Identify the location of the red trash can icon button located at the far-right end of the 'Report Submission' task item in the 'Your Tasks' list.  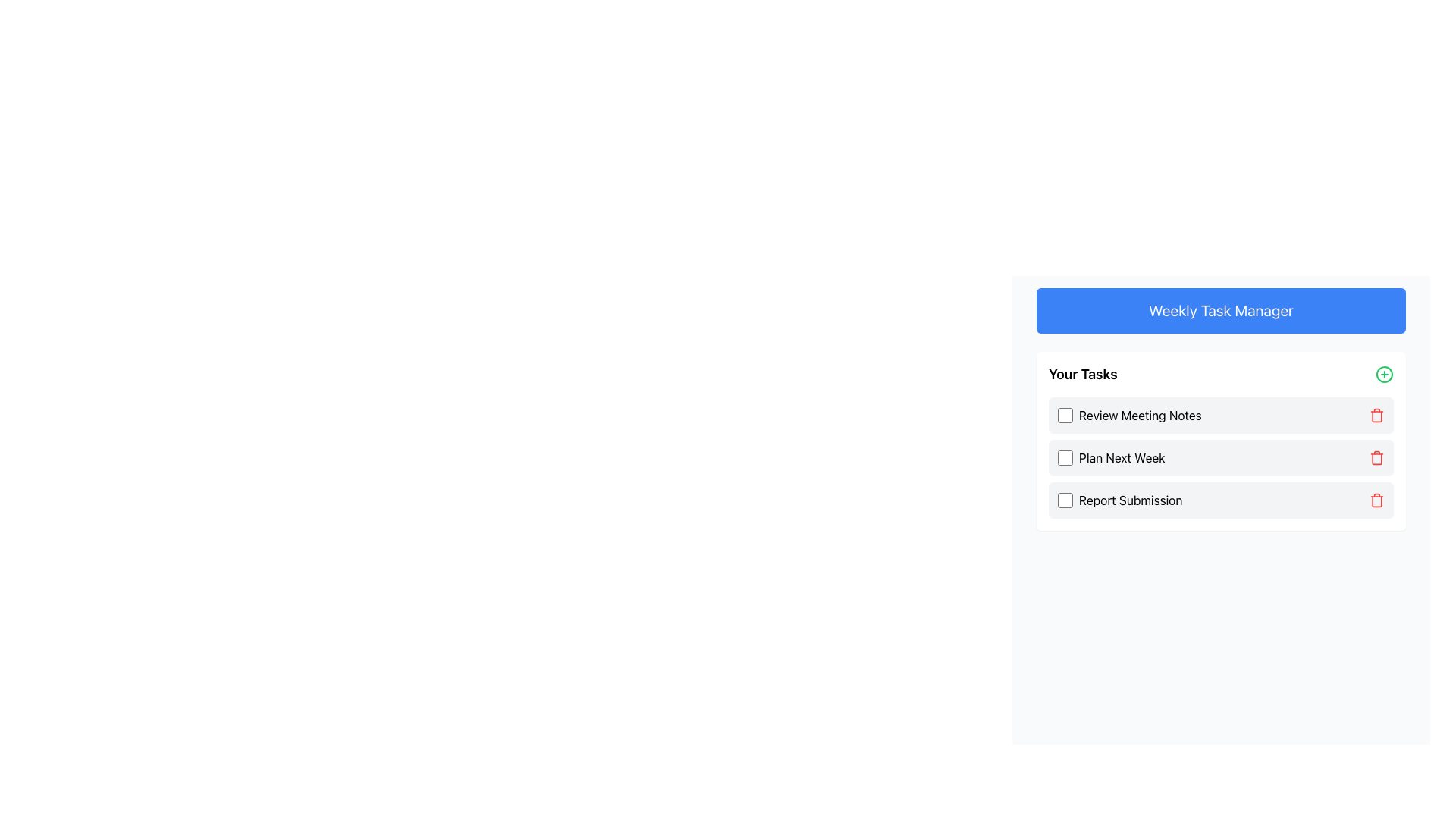
(1376, 500).